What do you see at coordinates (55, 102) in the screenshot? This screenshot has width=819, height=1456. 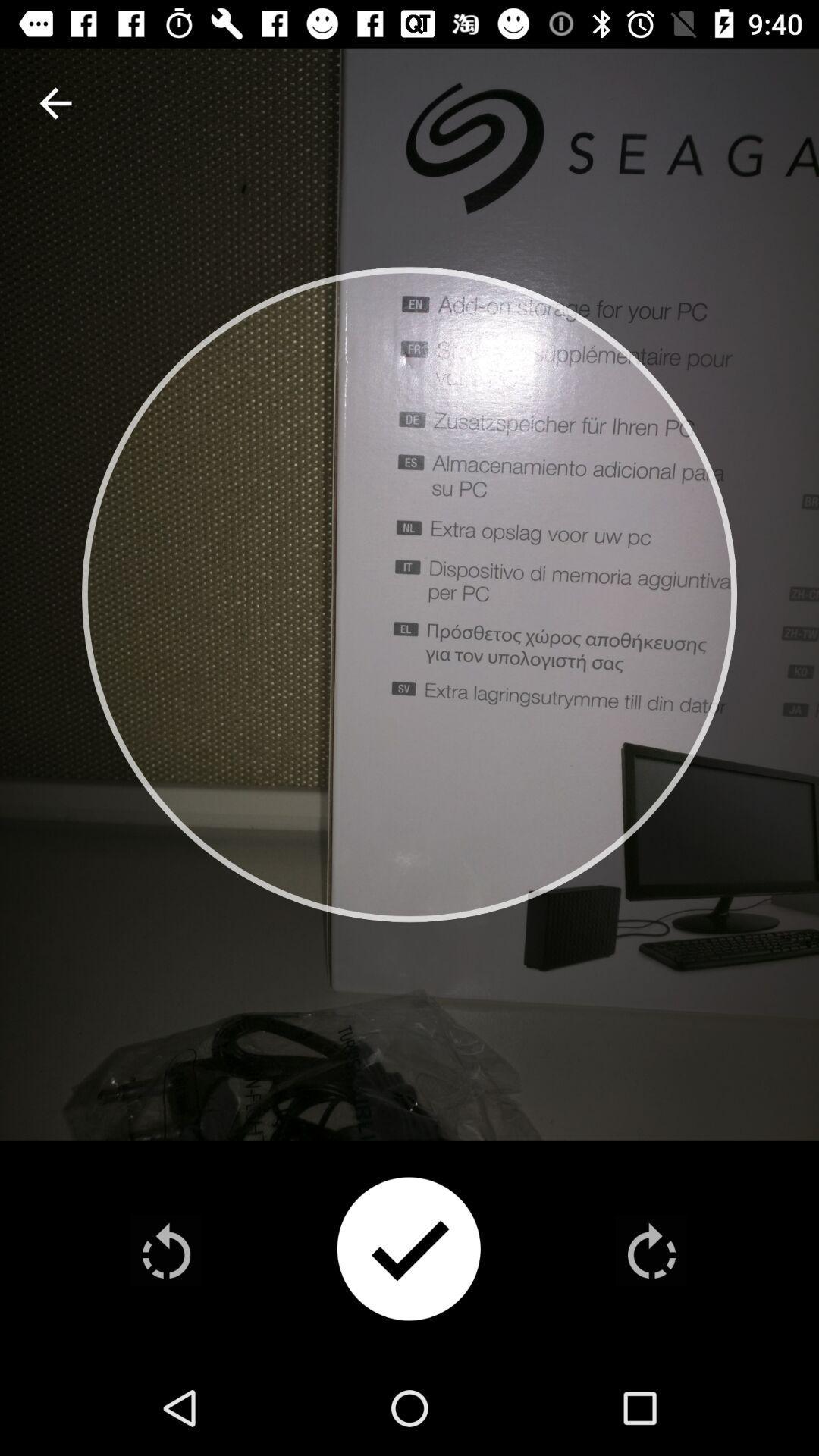 I see `icon at the top left corner` at bounding box center [55, 102].